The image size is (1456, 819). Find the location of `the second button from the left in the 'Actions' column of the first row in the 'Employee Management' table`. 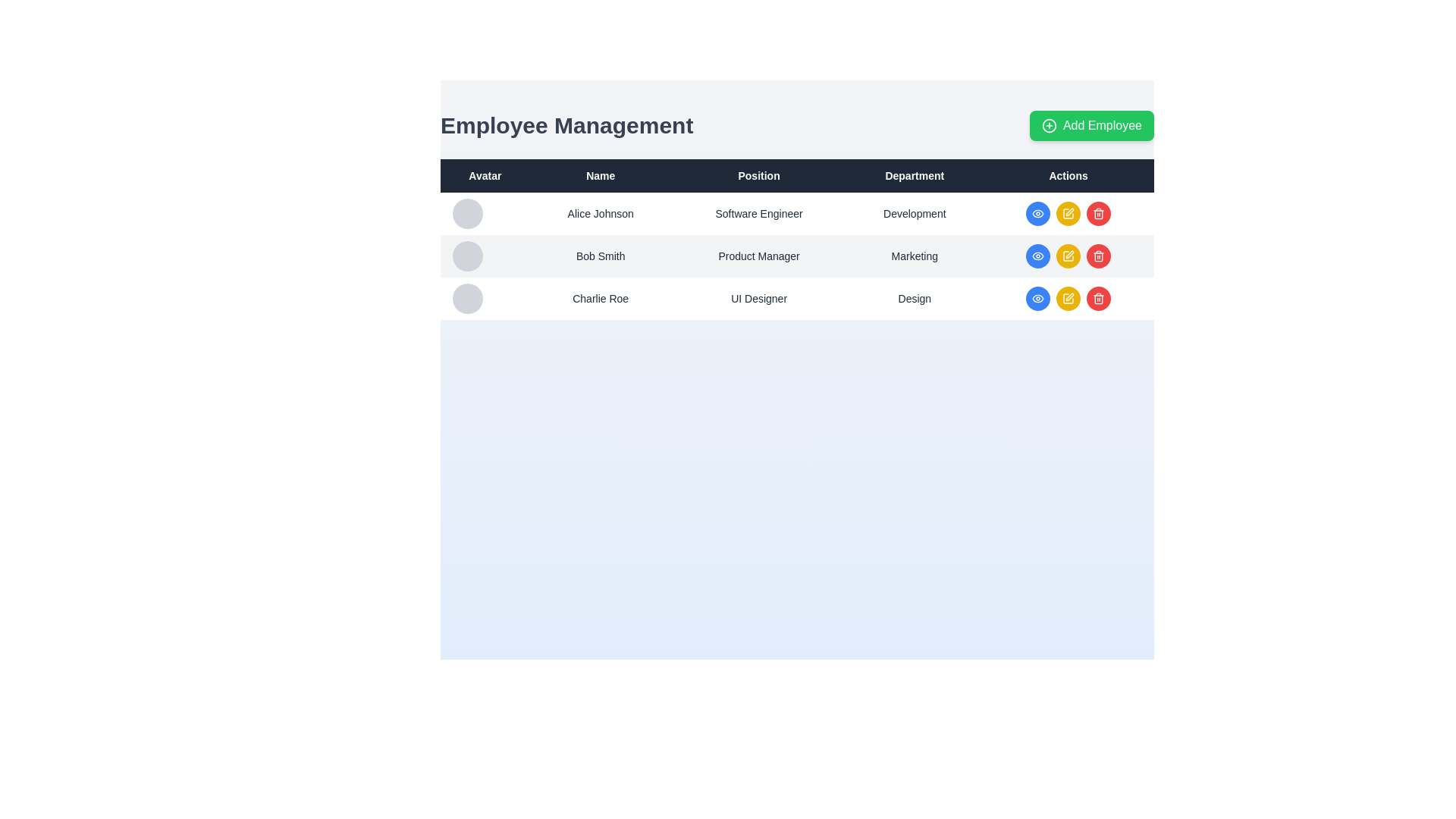

the second button from the left in the 'Actions' column of the first row in the 'Employee Management' table is located at coordinates (1068, 213).